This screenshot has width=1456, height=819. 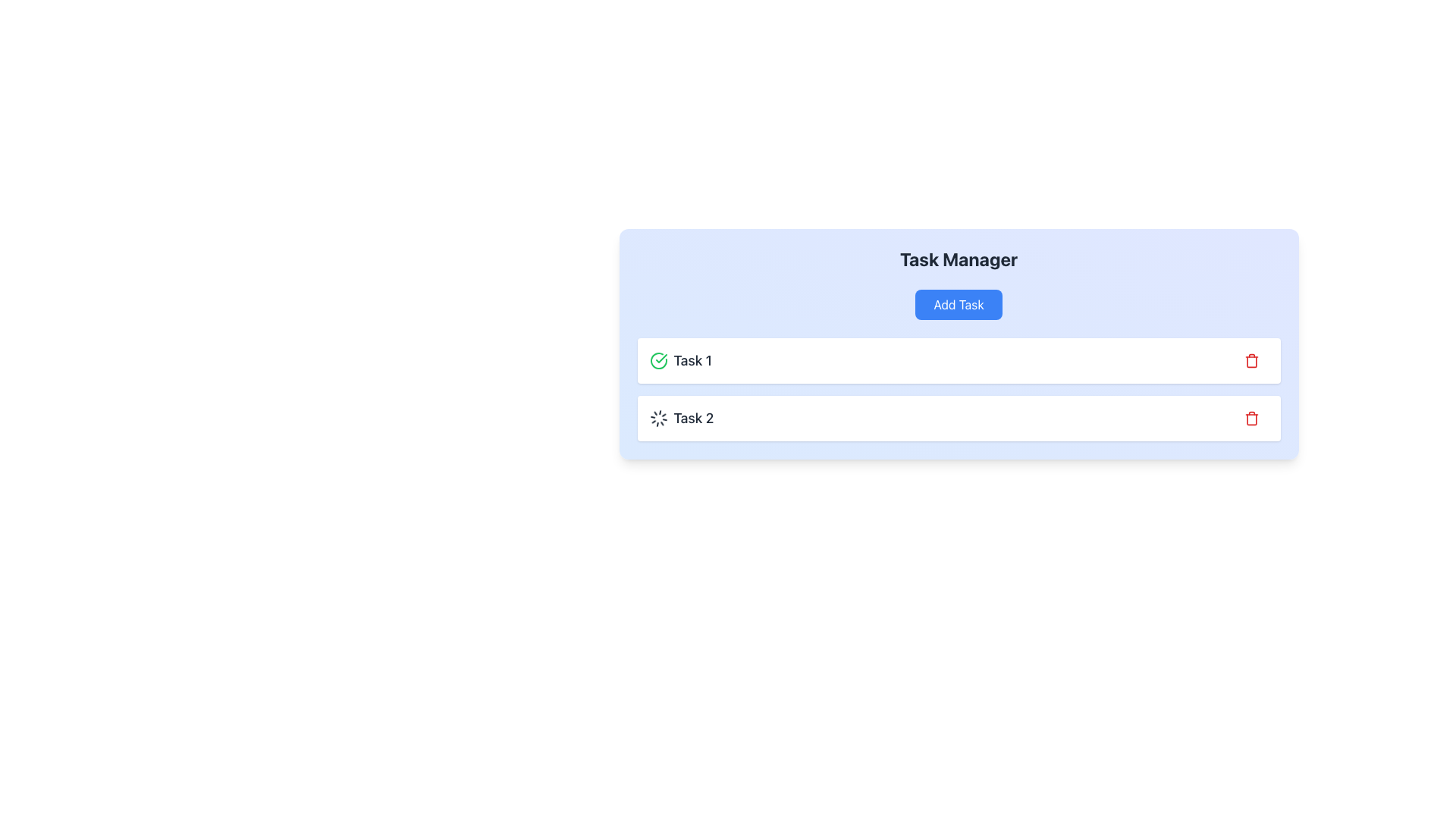 I want to click on the delete button located on the rightmost side of the 'Task 1' card in the task manager interface, so click(x=1251, y=360).